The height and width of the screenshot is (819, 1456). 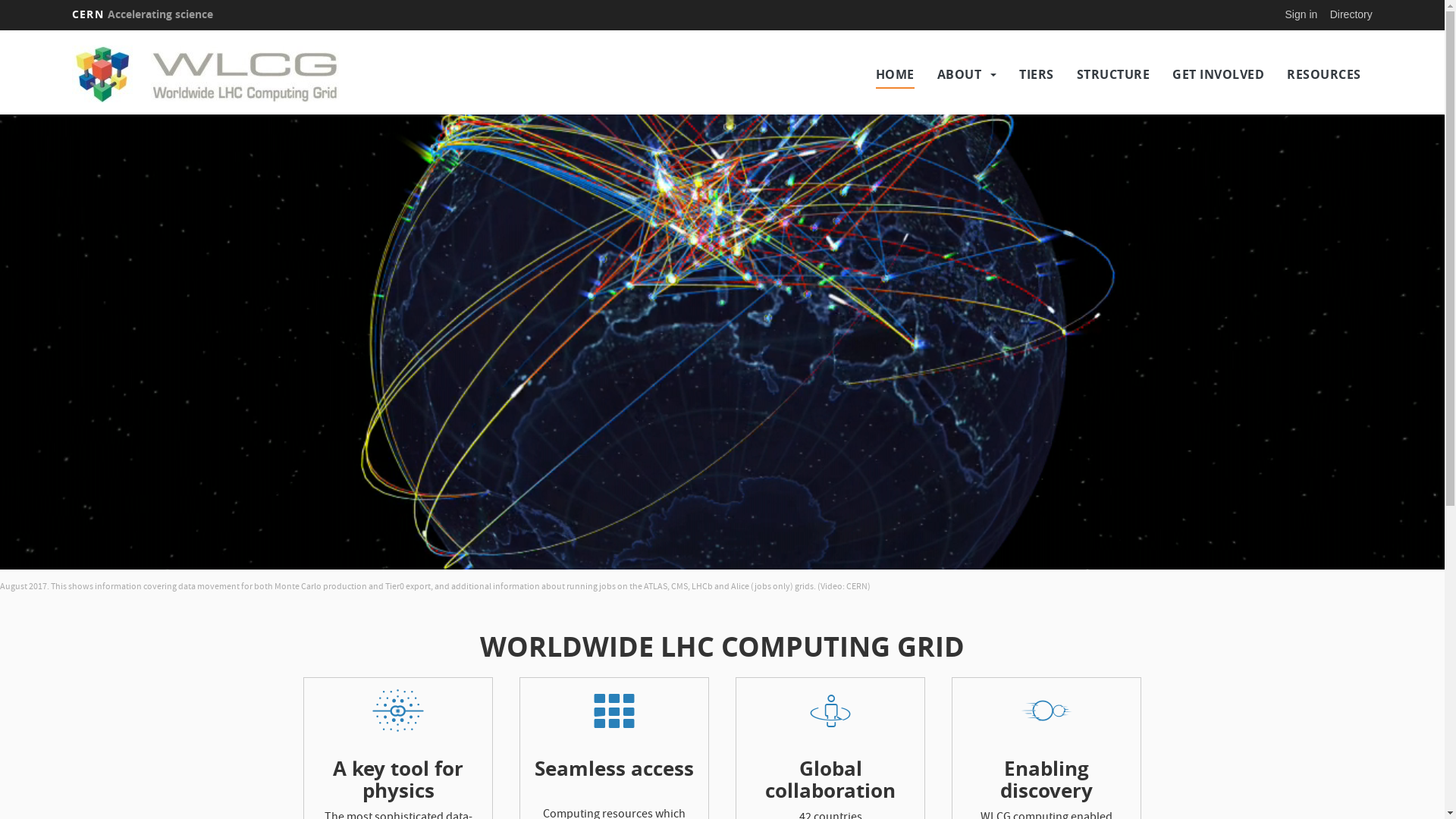 I want to click on 'TIERS', so click(x=1019, y=74).